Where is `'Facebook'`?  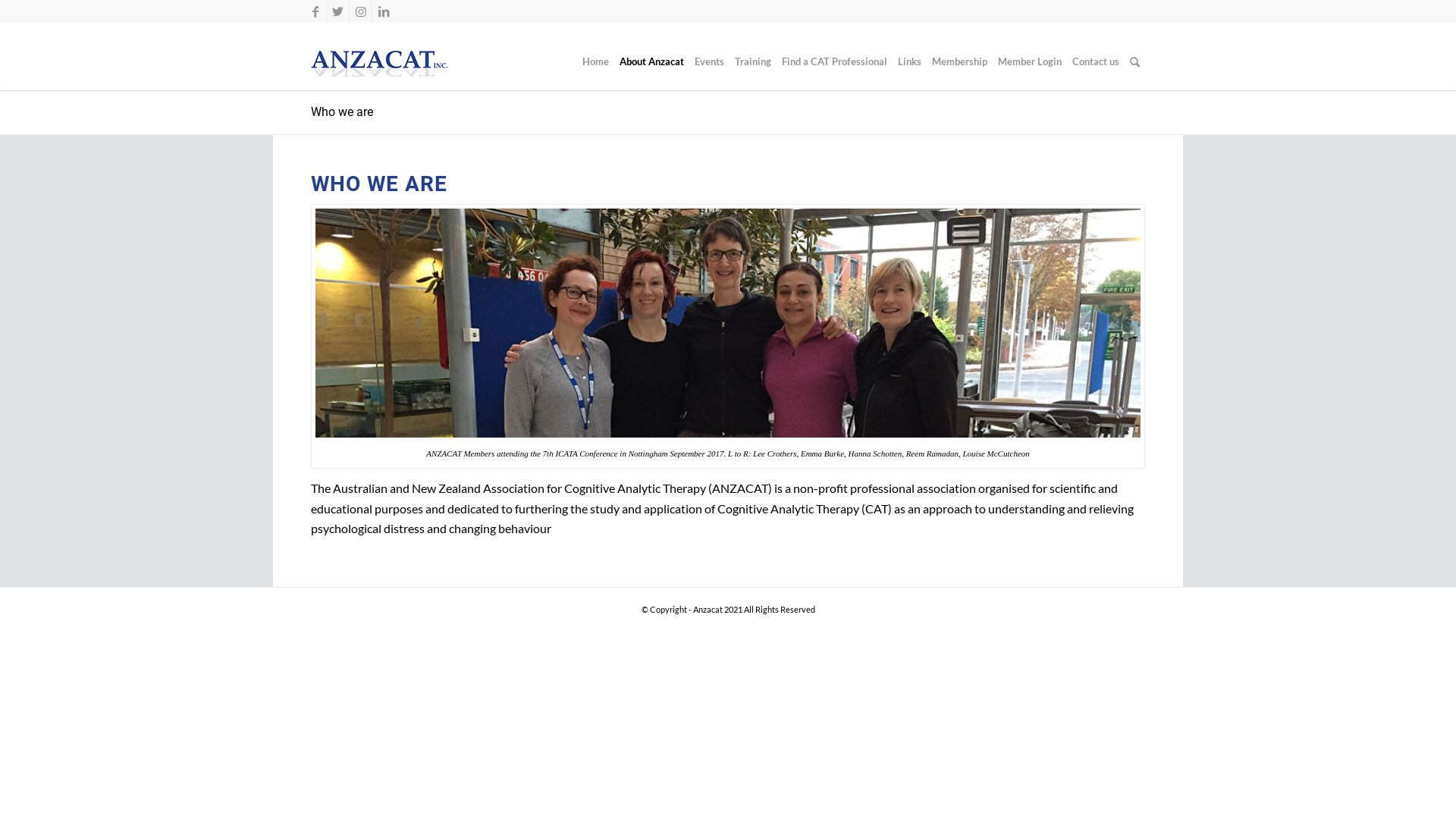
'Facebook' is located at coordinates (314, 11).